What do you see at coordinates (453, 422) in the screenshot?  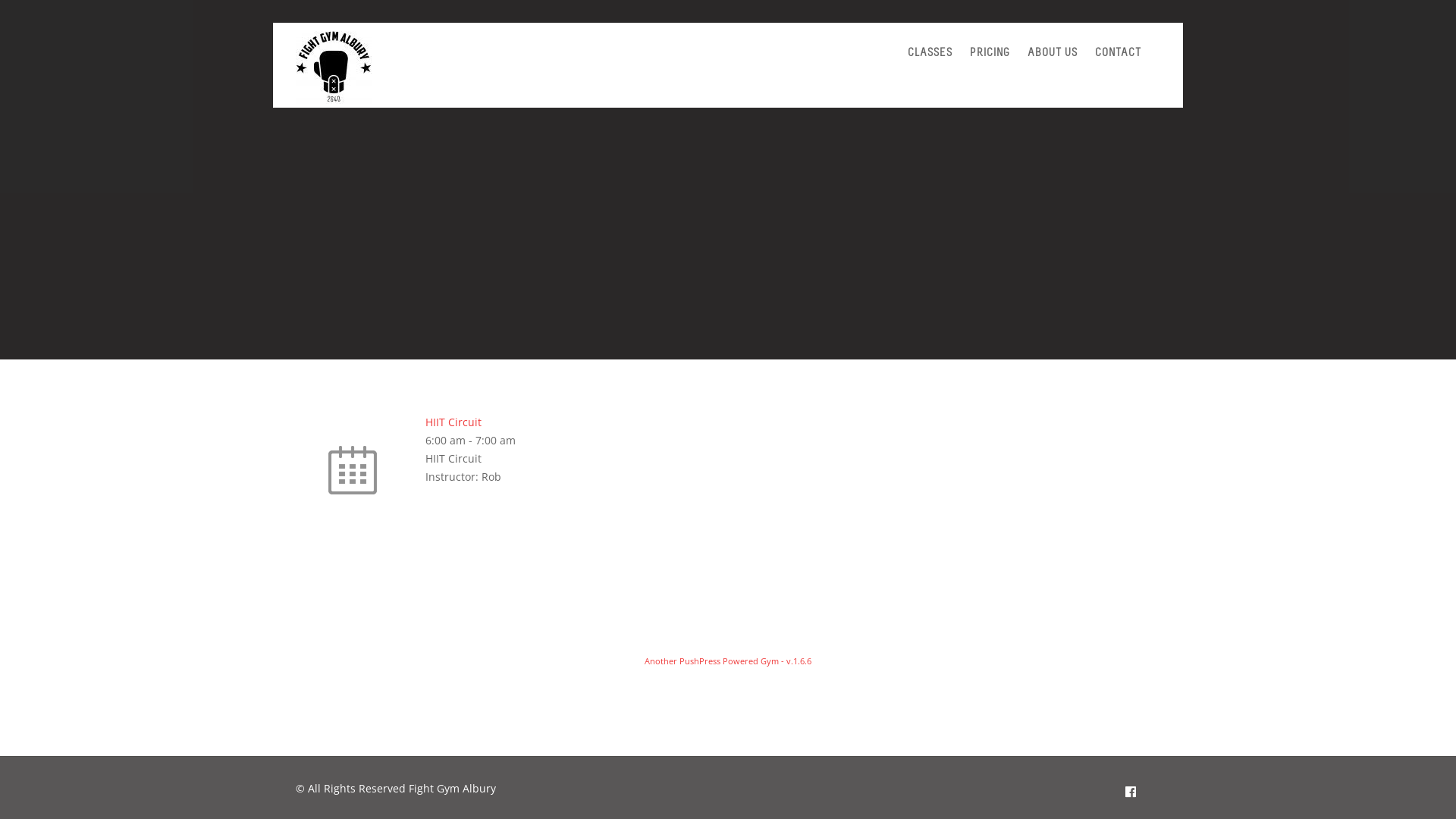 I see `'HIIT Circuit'` at bounding box center [453, 422].